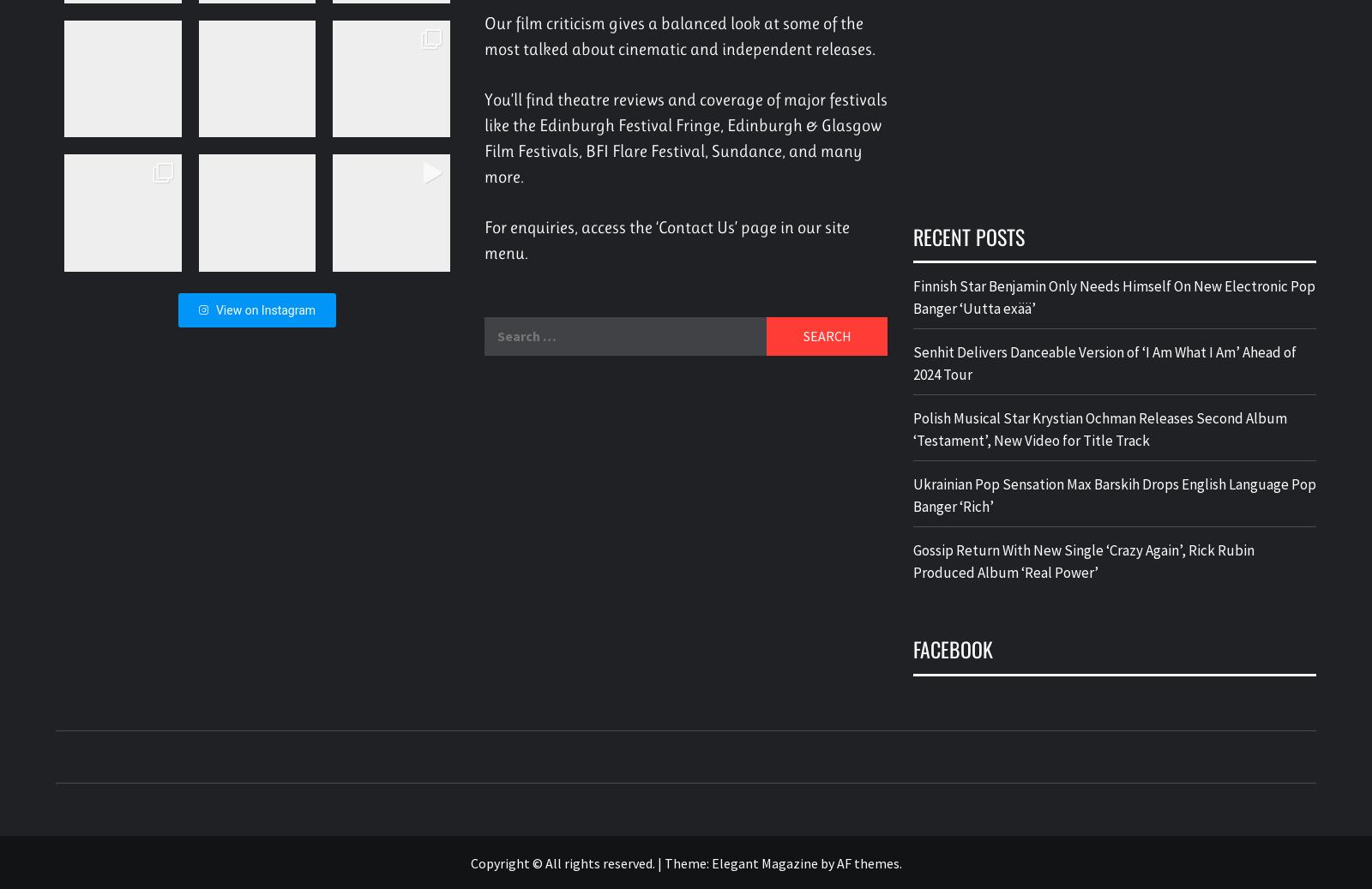 The width and height of the screenshot is (1372, 889). What do you see at coordinates (953, 649) in the screenshot?
I see `'Facebook'` at bounding box center [953, 649].